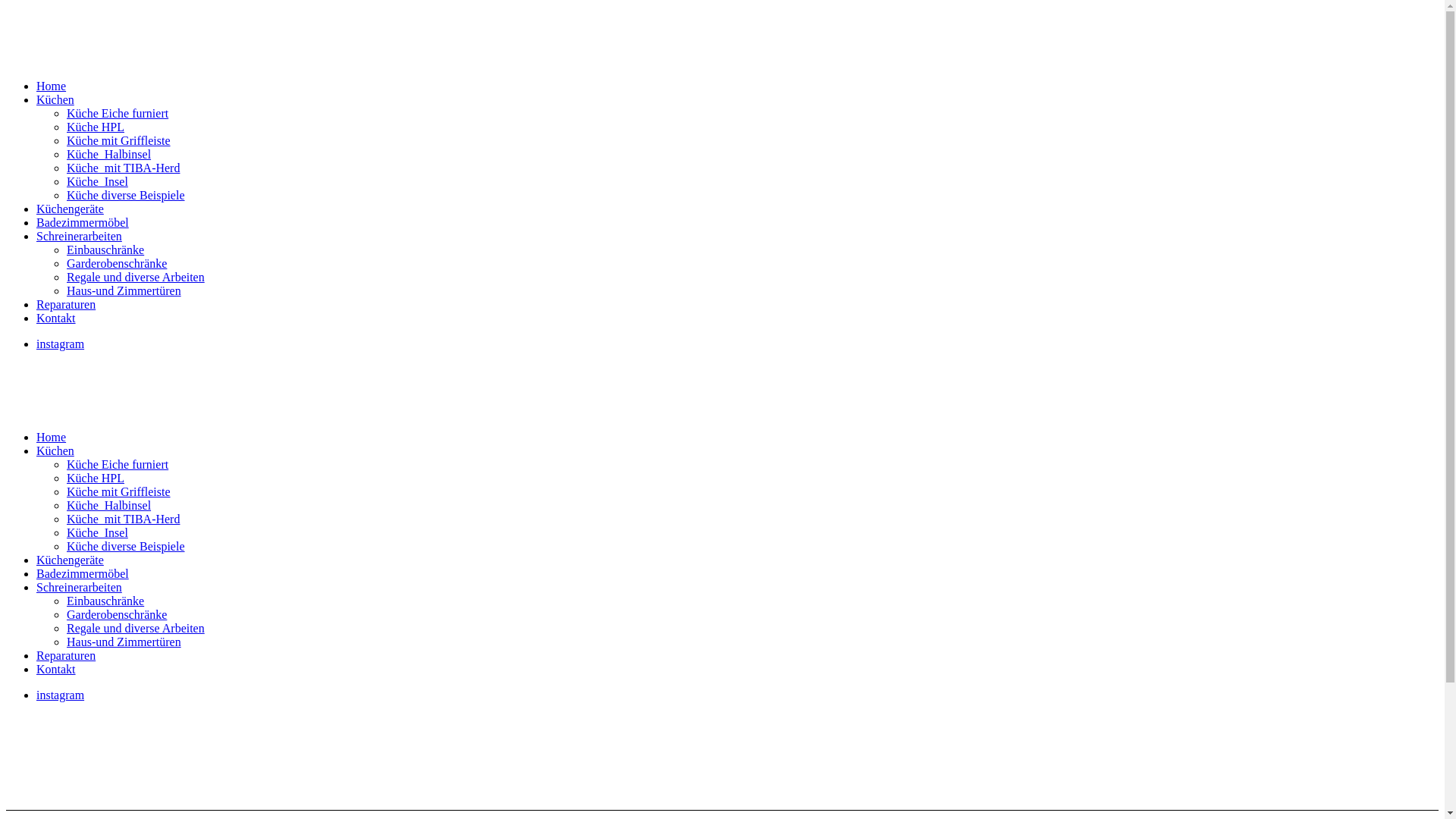  What do you see at coordinates (55, 668) in the screenshot?
I see `'Kontakt'` at bounding box center [55, 668].